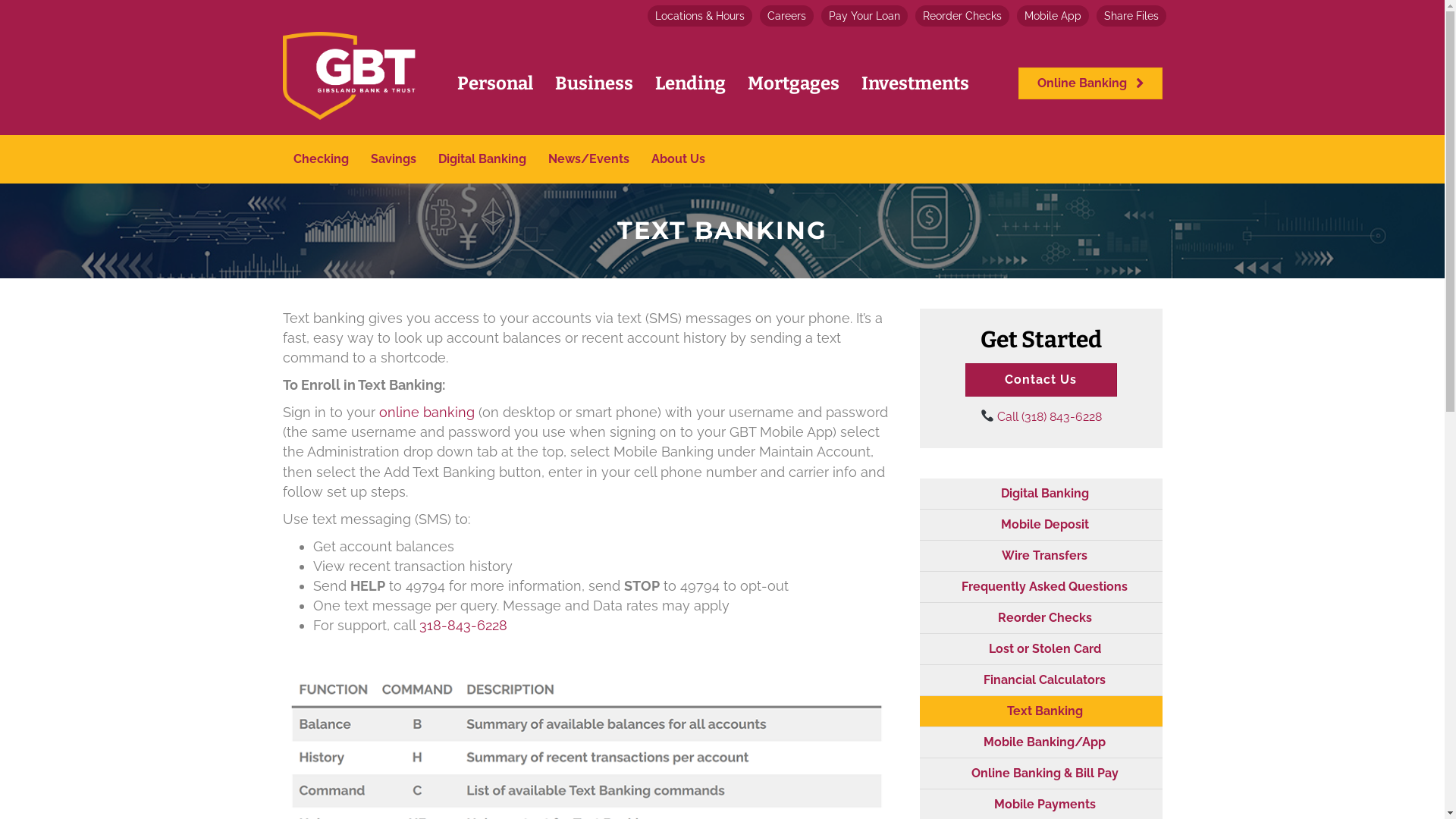 The width and height of the screenshot is (1456, 819). Describe the element at coordinates (676, 158) in the screenshot. I see `'About Us'` at that location.